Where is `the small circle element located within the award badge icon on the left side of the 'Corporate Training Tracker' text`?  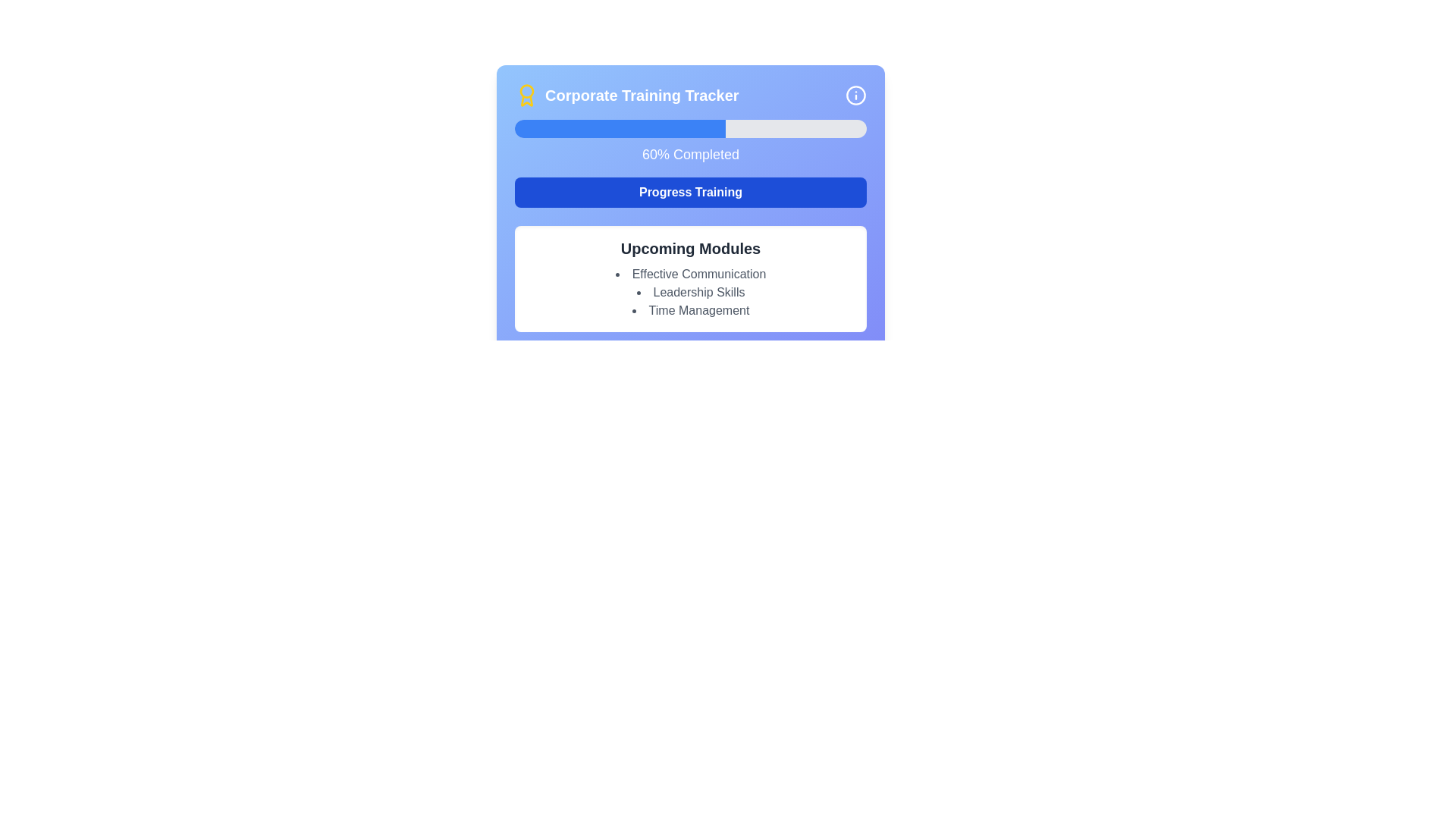
the small circle element located within the award badge icon on the left side of the 'Corporate Training Tracker' text is located at coordinates (527, 90).